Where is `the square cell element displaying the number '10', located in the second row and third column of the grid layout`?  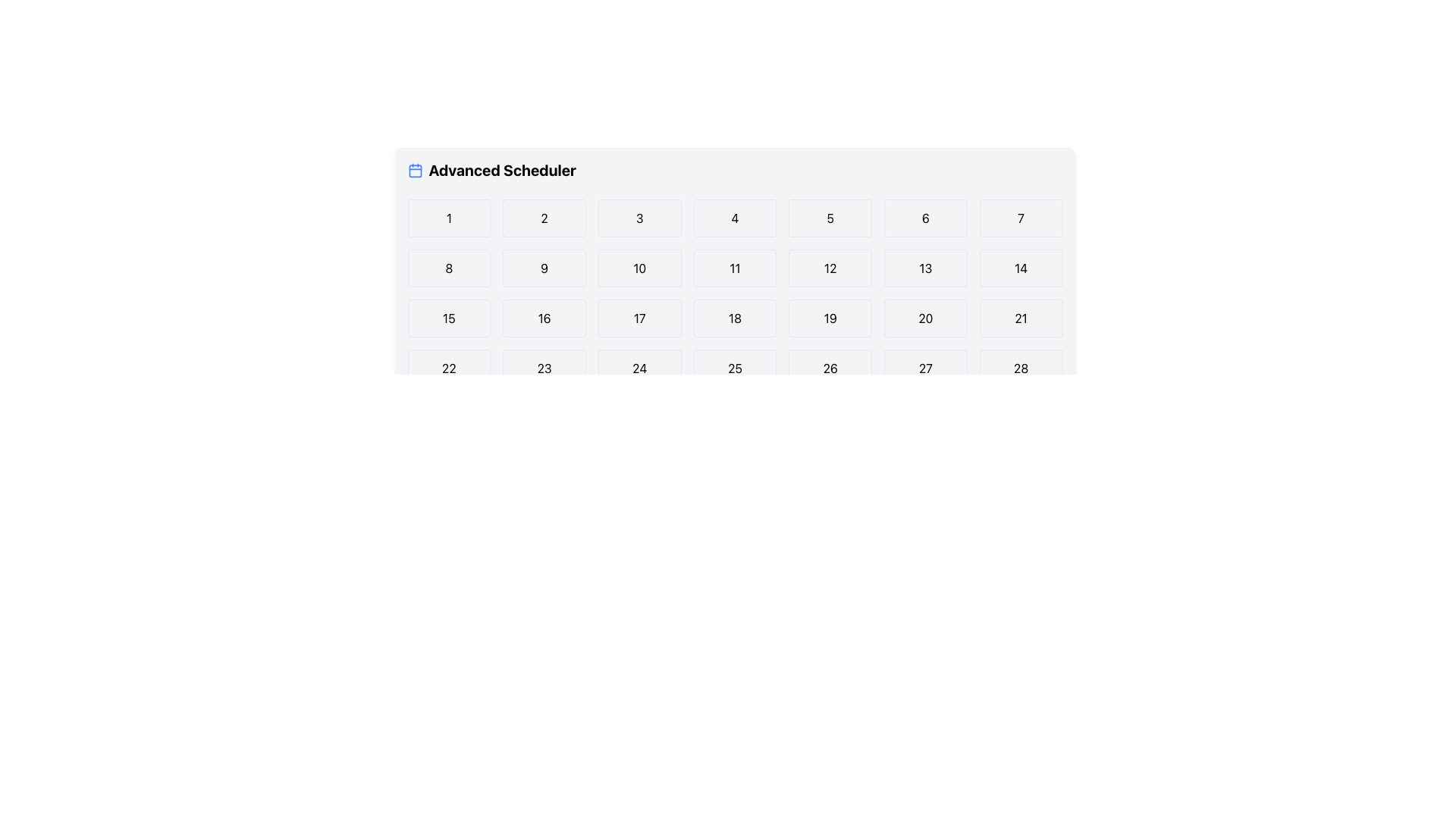
the square cell element displaying the number '10', located in the second row and third column of the grid layout is located at coordinates (639, 268).